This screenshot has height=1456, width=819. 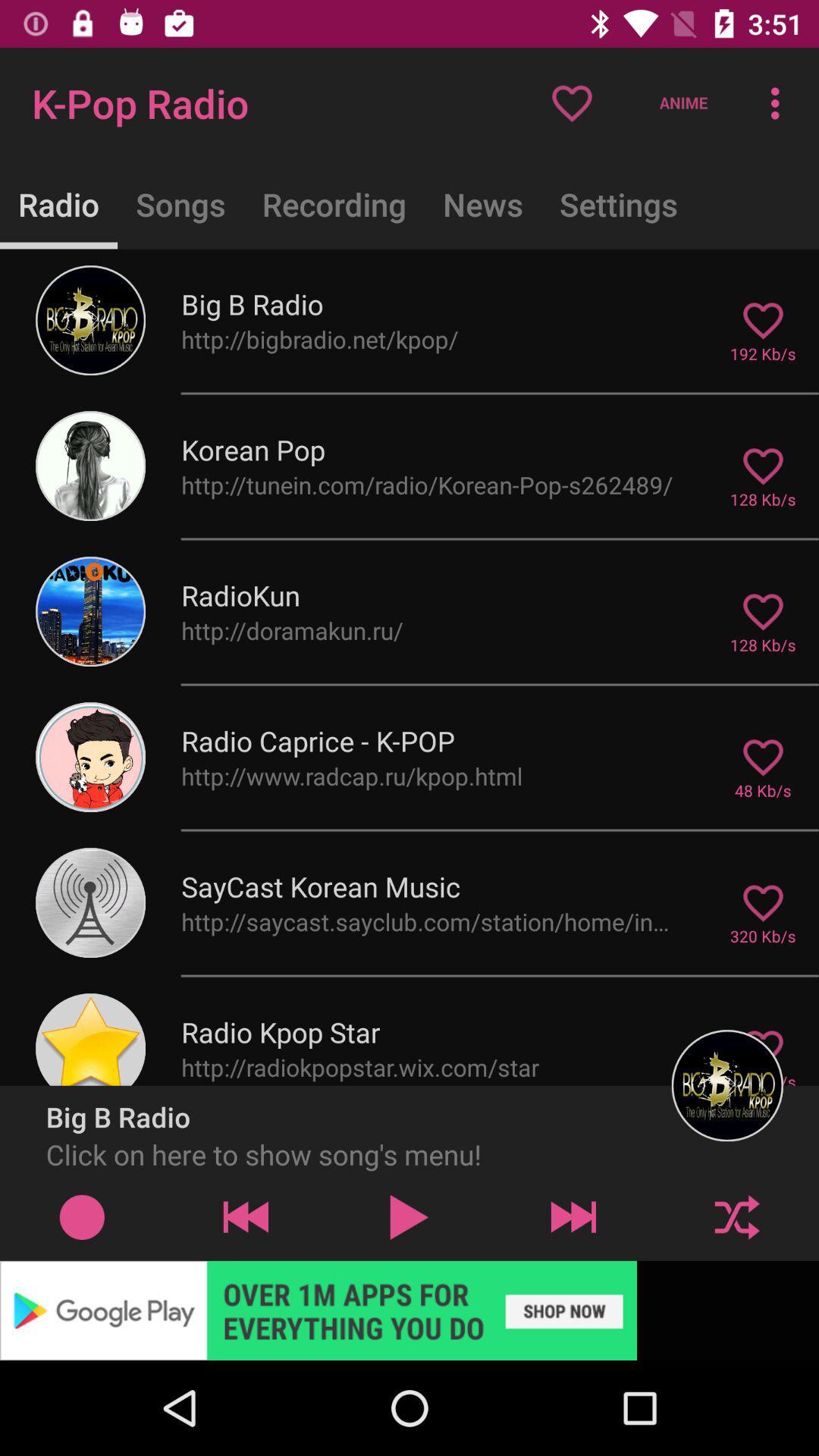 I want to click on the av_rewind icon, so click(x=245, y=1216).